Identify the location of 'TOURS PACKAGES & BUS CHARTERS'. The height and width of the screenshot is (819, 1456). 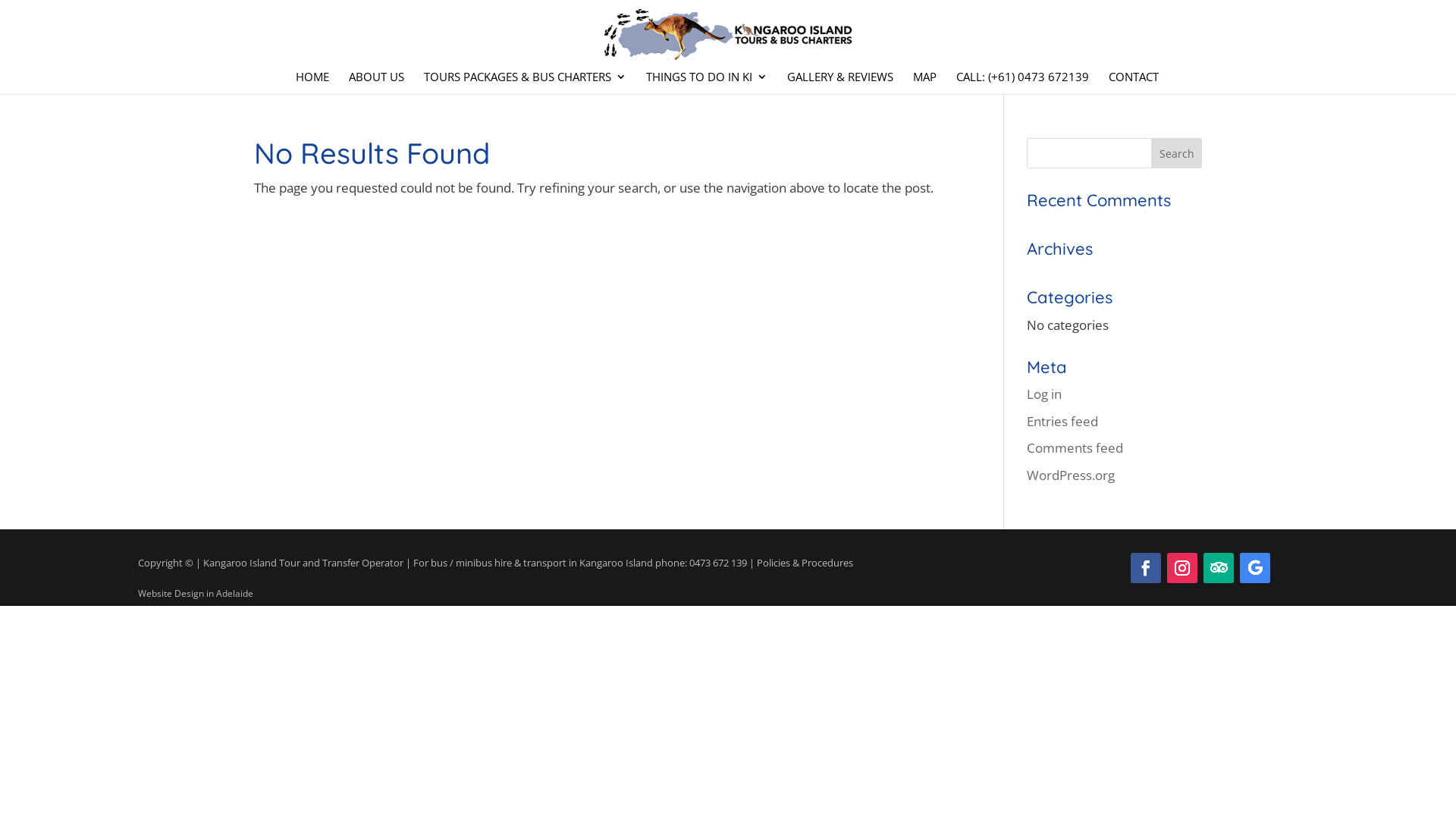
(525, 82).